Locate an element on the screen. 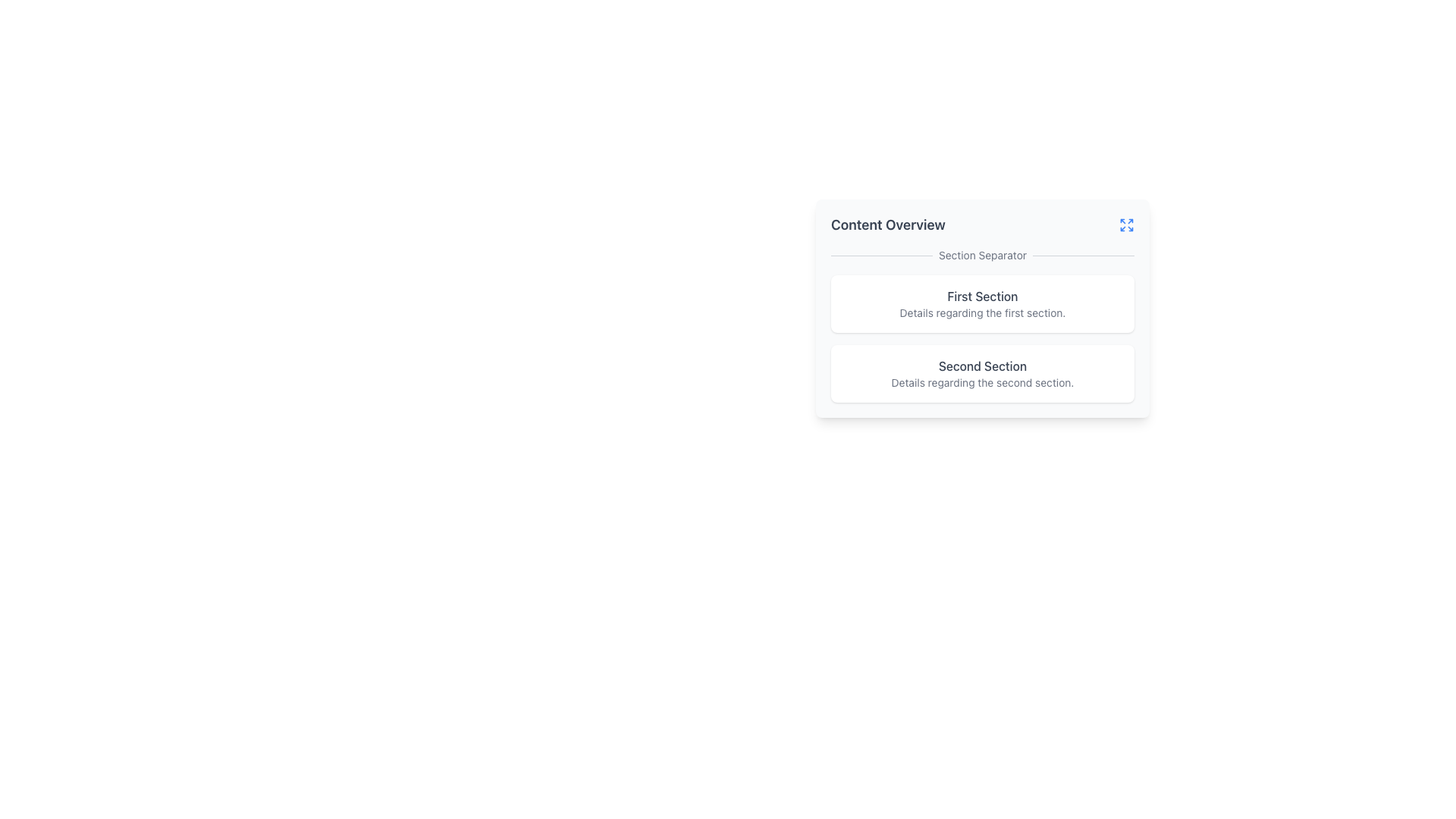 The image size is (1456, 819). the Text Label that serves as a section divider in the interface, positioned centrally between two lines within a horizontal arrangement is located at coordinates (983, 254).